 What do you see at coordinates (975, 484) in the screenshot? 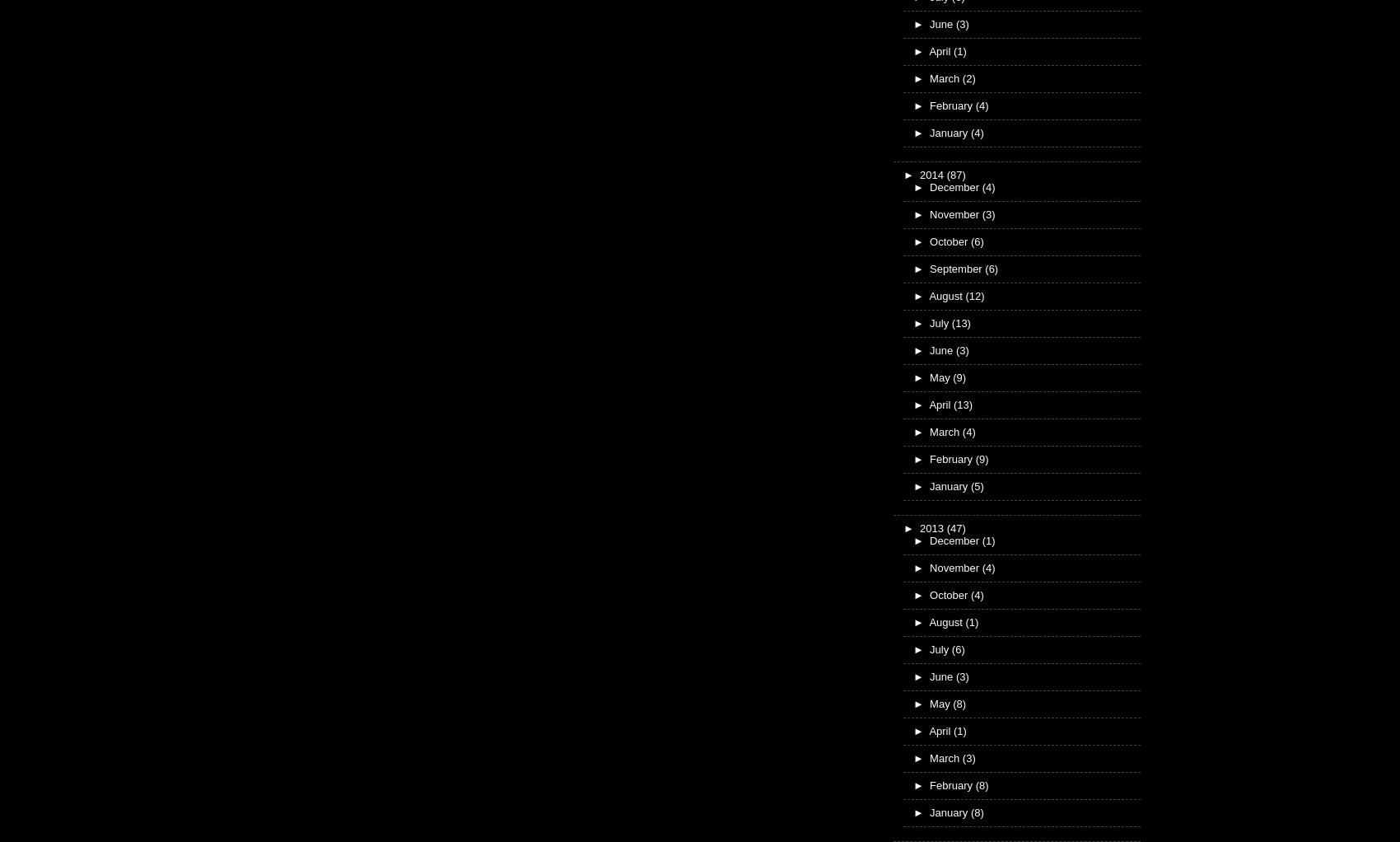
I see `'(5)'` at bounding box center [975, 484].